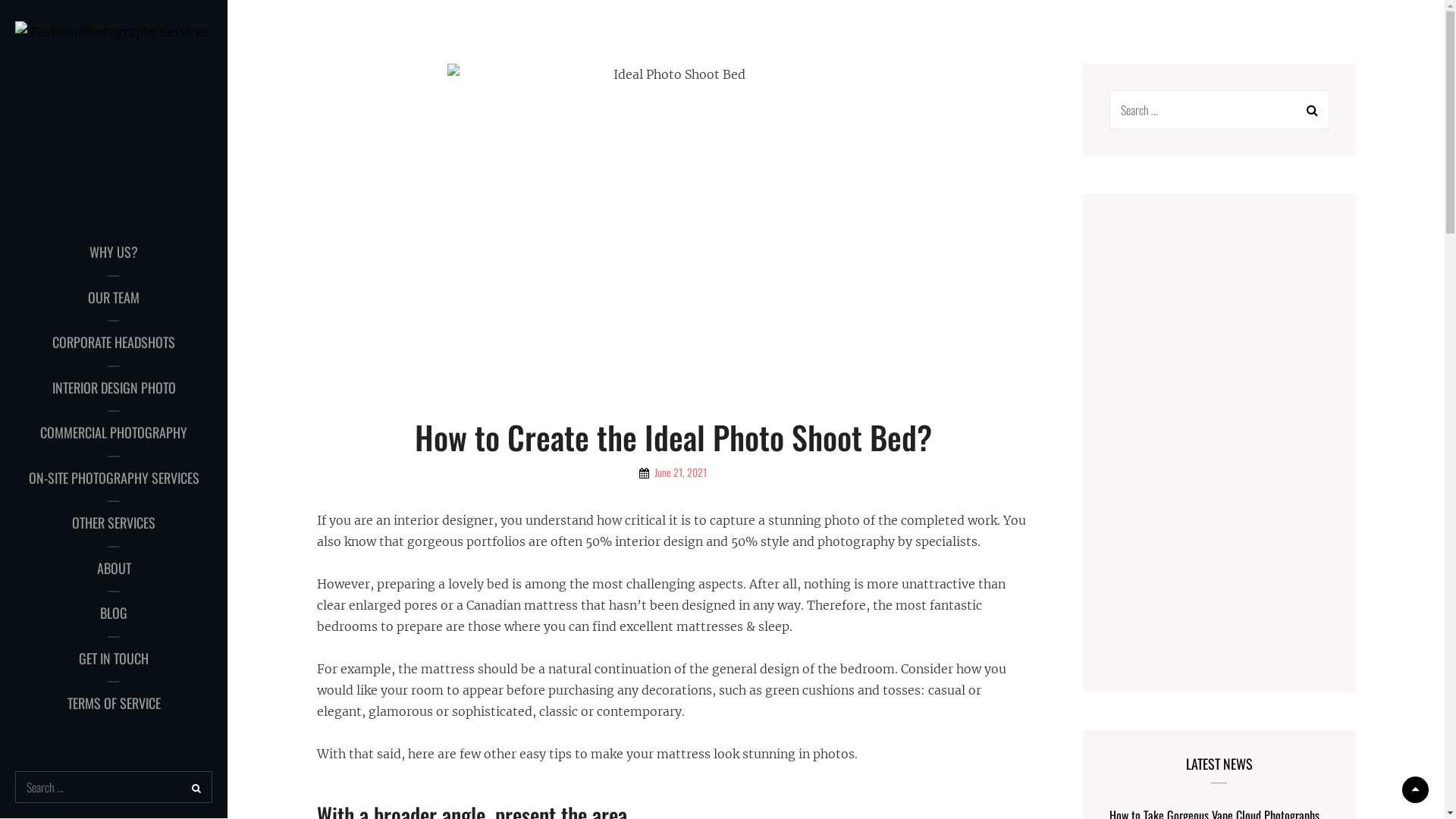 The height and width of the screenshot is (819, 1456). Describe the element at coordinates (1414, 789) in the screenshot. I see `'Scroll Up'` at that location.